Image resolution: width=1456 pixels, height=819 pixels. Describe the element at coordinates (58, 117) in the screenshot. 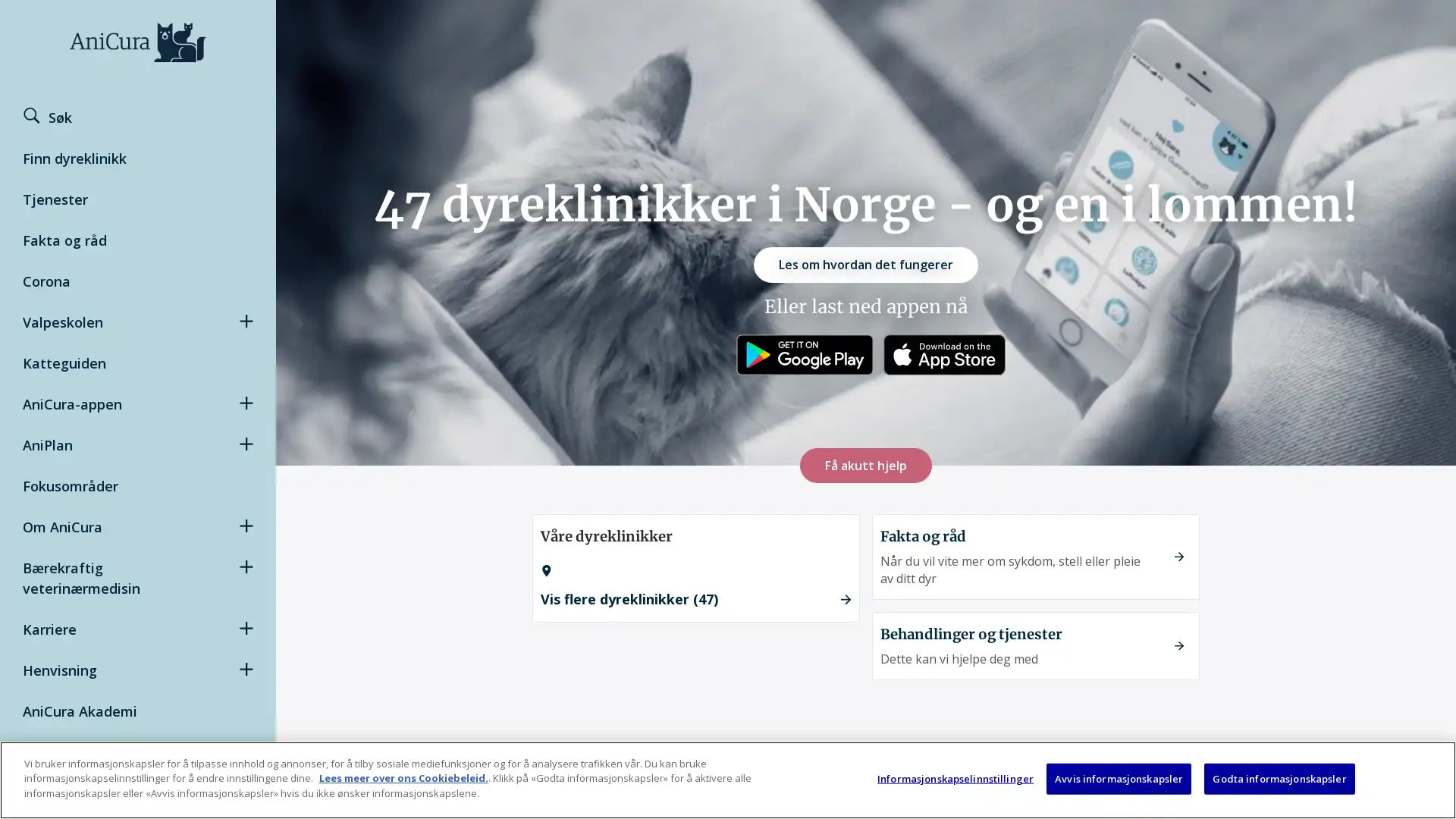

I see `Sk` at that location.